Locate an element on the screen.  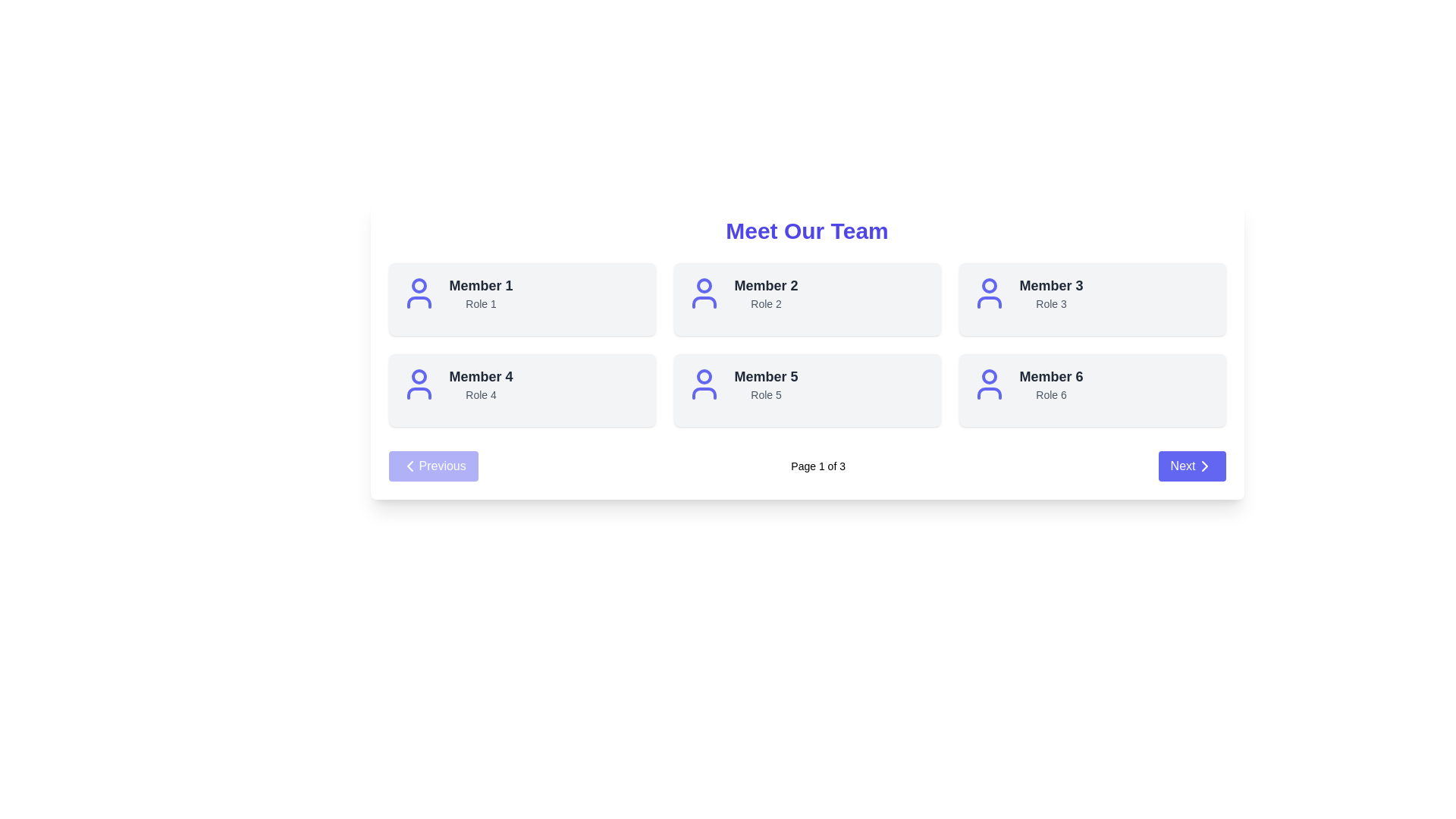
the centered heading labeled 'Meet Our Team' which is styled with bold text and displayed in a vibrant indigo color is located at coordinates (806, 231).